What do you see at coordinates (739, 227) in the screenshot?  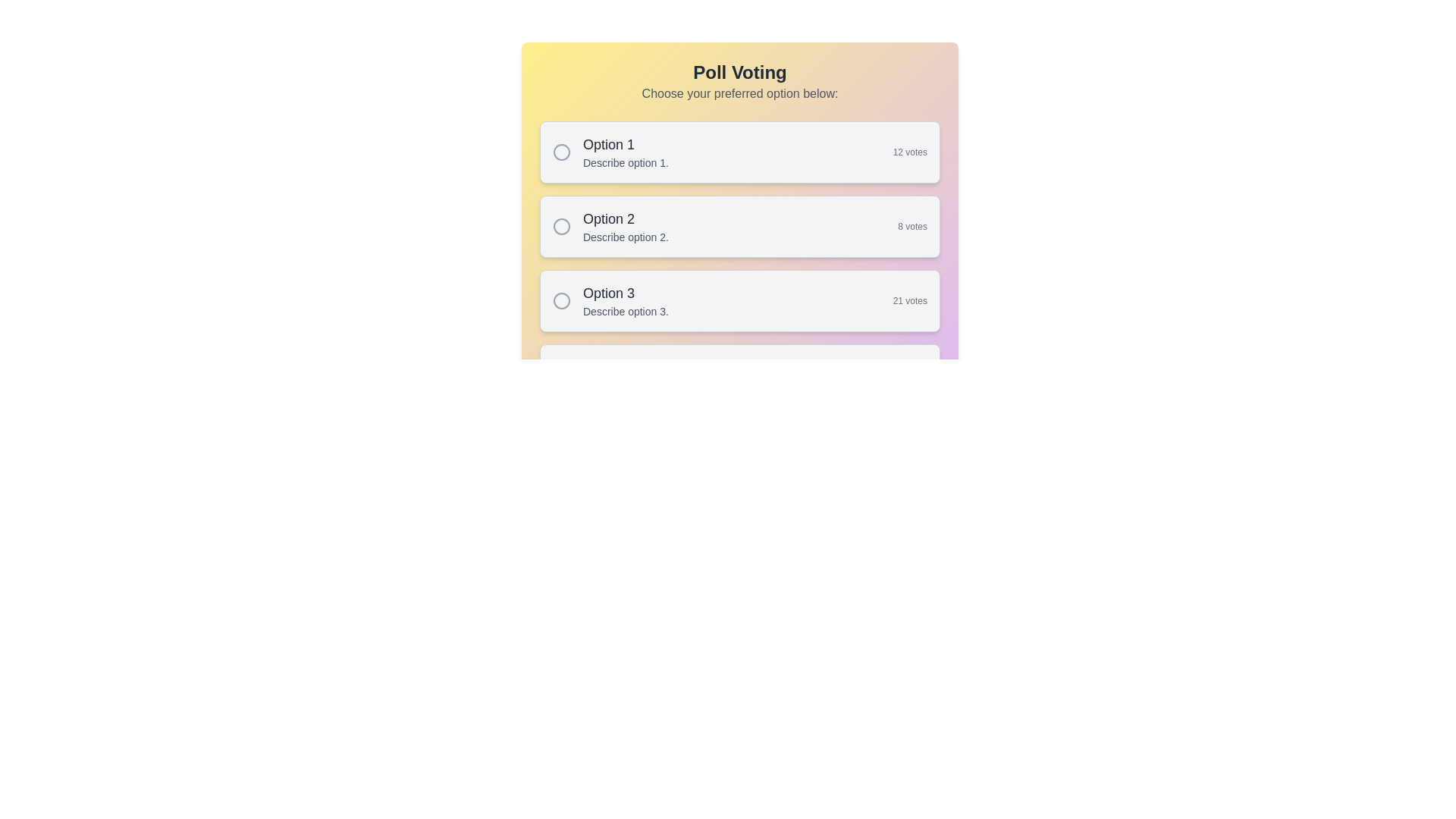 I see `the second selectable list item labeled 'Option 2' in the poll` at bounding box center [739, 227].